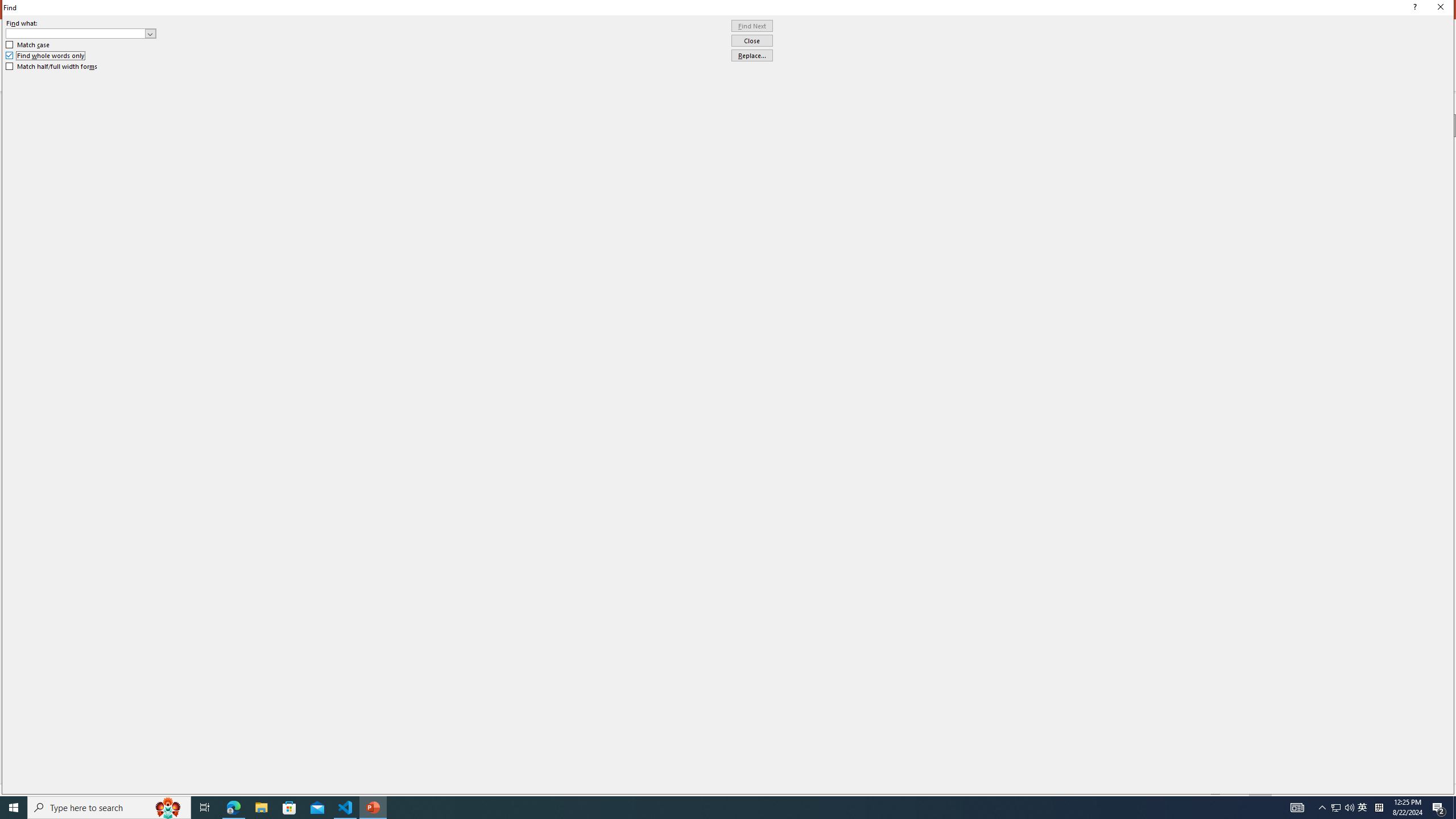 The width and height of the screenshot is (1456, 819). What do you see at coordinates (76, 33) in the screenshot?
I see `'Find what'` at bounding box center [76, 33].